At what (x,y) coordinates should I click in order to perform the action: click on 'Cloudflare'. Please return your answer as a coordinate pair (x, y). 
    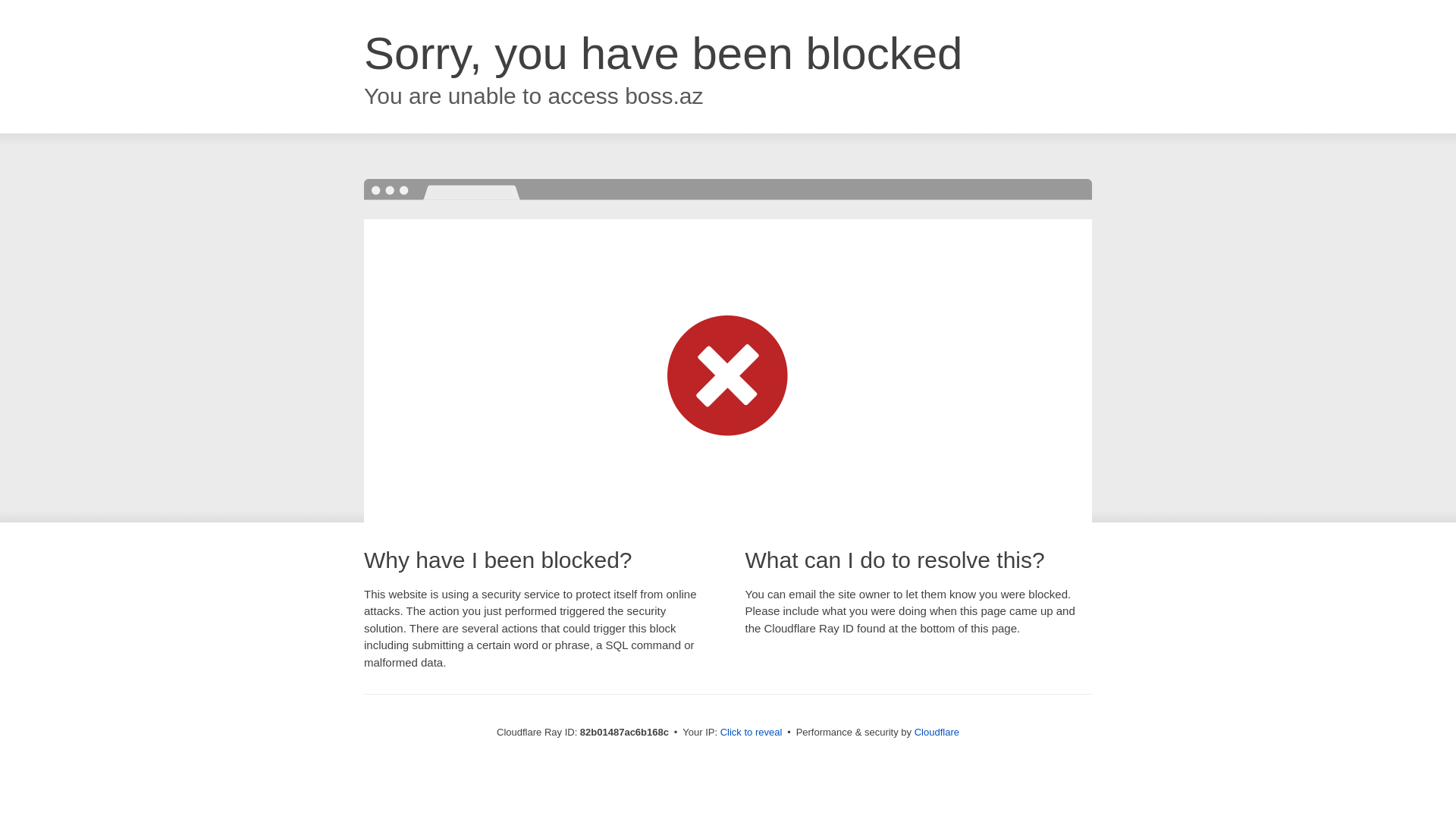
    Looking at the image, I should click on (936, 731).